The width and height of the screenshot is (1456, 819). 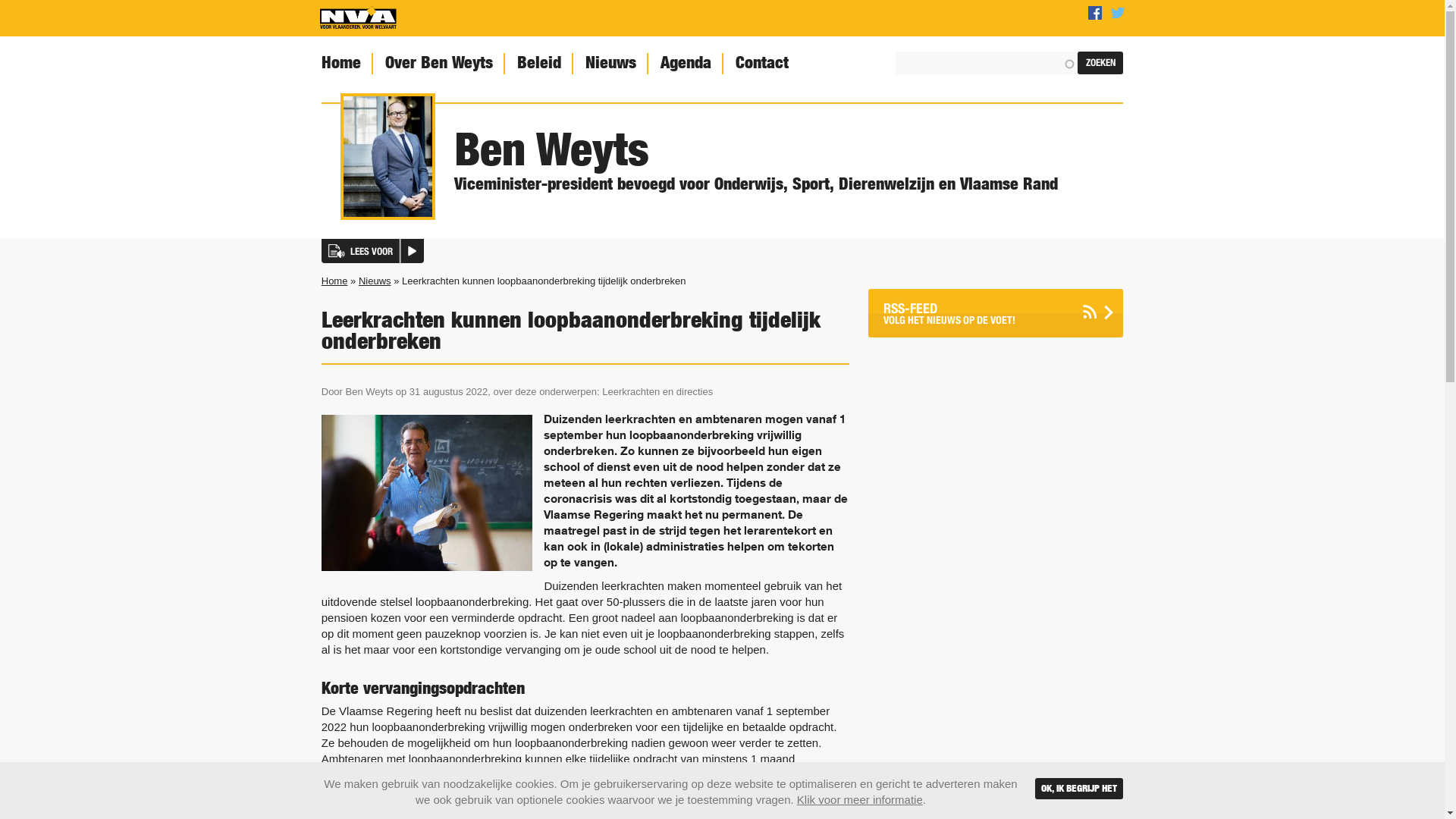 I want to click on 'Geef de woorden op waarnaar u wilt zoeken.', so click(x=986, y=62).